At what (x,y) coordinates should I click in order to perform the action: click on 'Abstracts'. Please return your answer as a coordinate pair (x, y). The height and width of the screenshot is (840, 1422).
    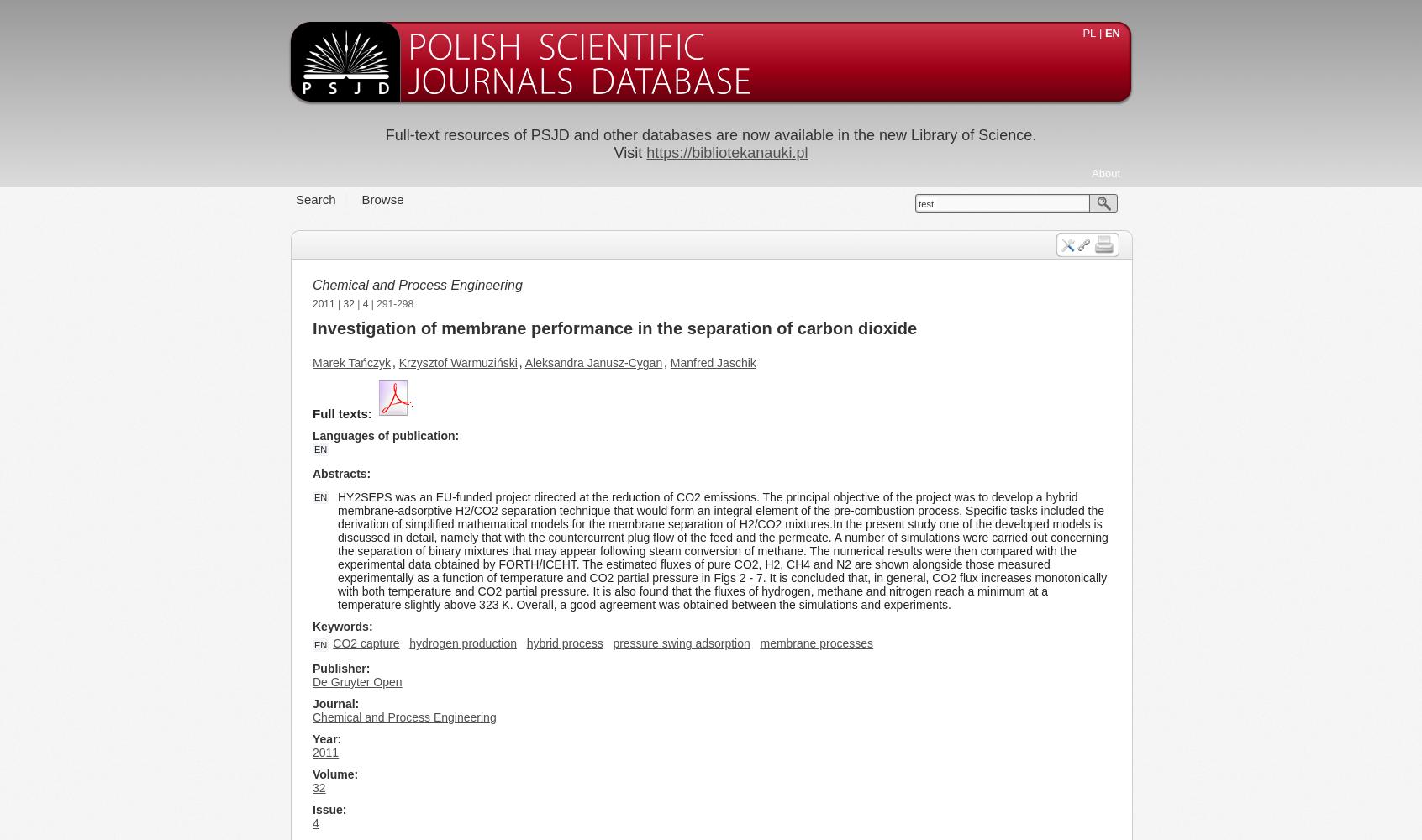
    Looking at the image, I should click on (340, 473).